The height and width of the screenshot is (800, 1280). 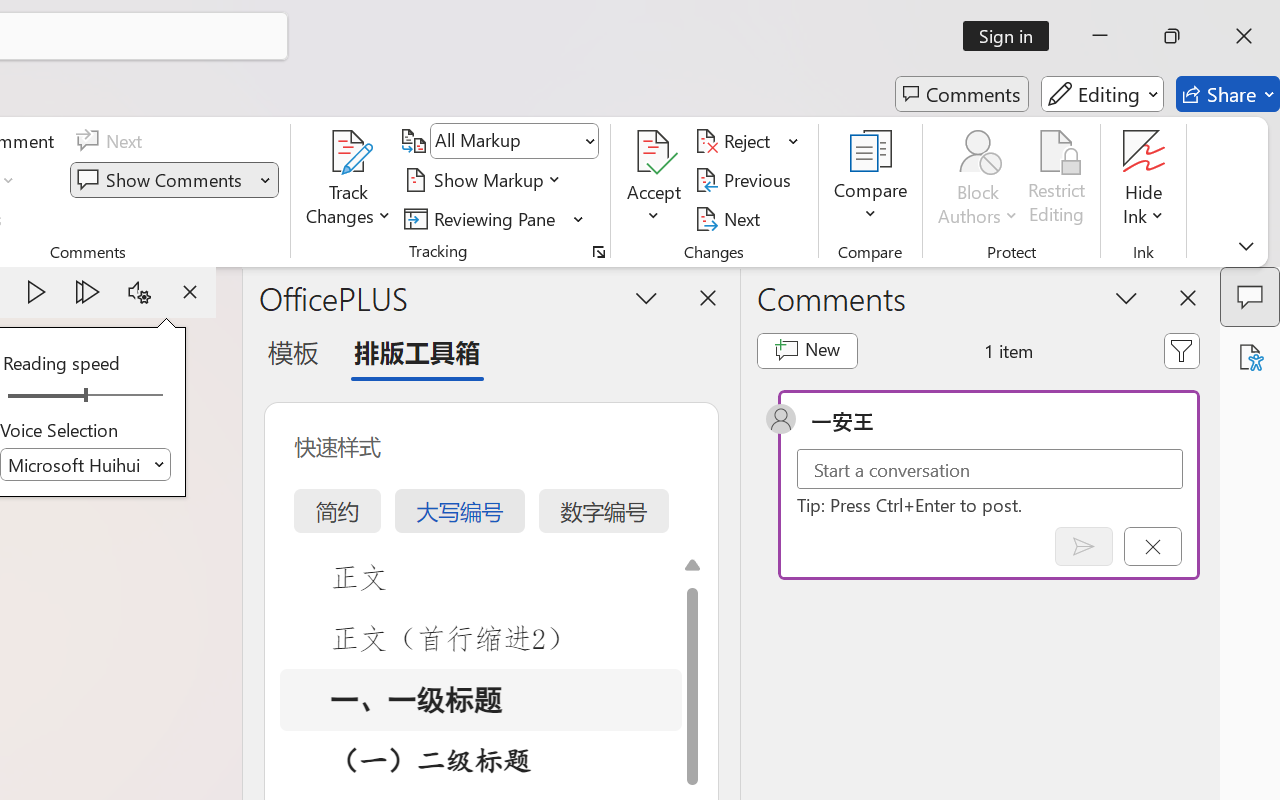 I want to click on 'Start a conversation', so click(x=990, y=469).